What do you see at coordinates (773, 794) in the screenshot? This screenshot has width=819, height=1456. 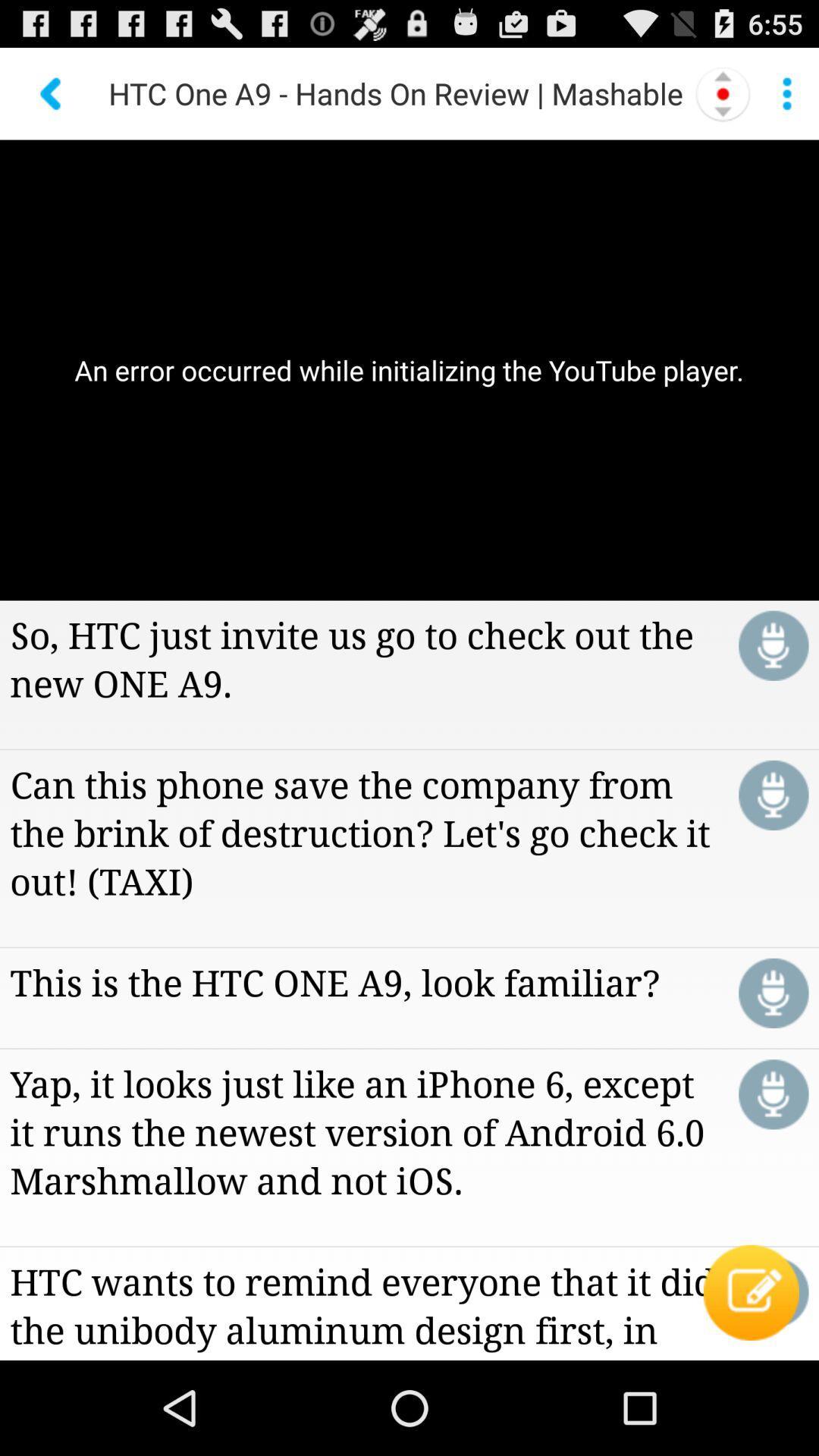 I see `switch to listen` at bounding box center [773, 794].